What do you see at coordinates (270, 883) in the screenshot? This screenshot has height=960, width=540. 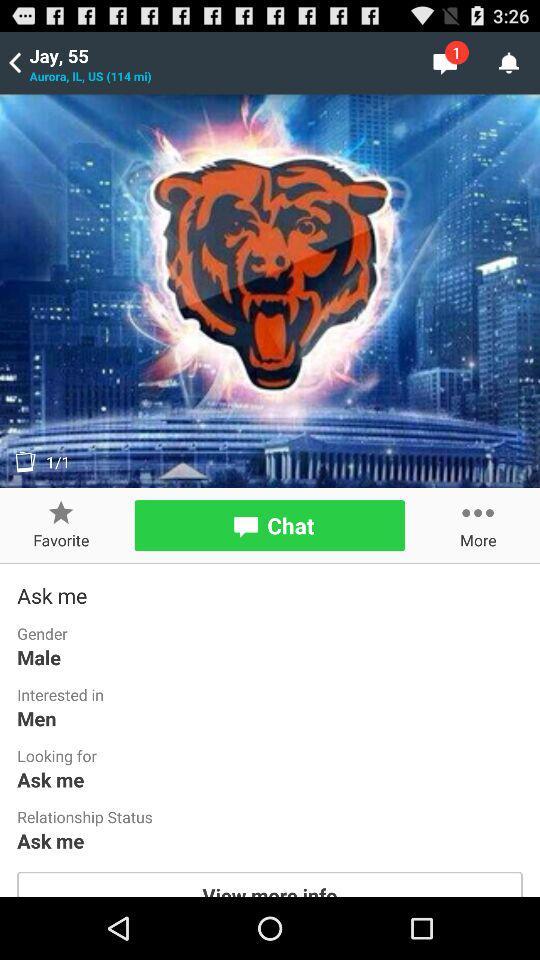 I see `the view more info button` at bounding box center [270, 883].